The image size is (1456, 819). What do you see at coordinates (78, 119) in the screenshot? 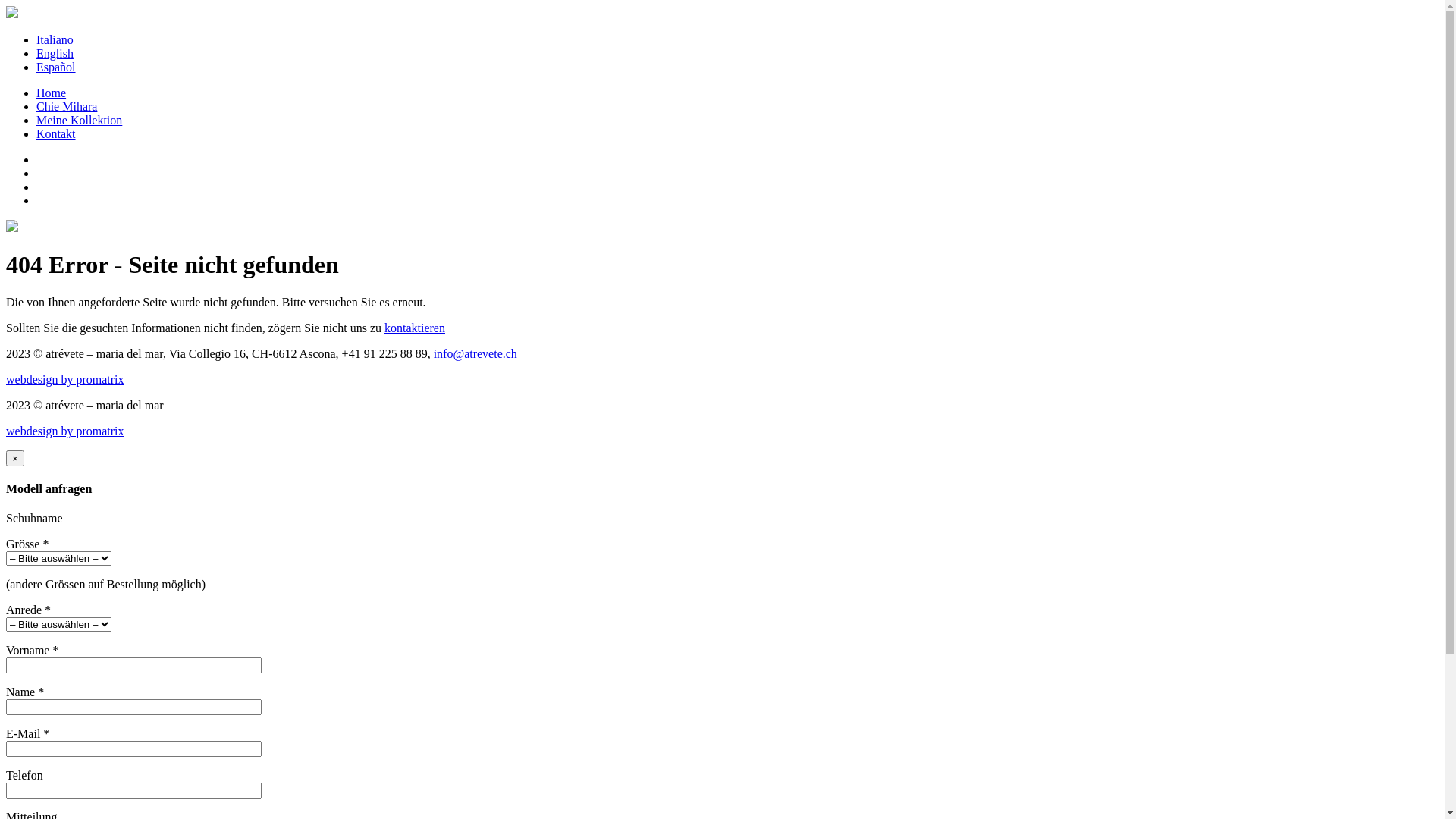
I see `'Meine Kollektion'` at bounding box center [78, 119].